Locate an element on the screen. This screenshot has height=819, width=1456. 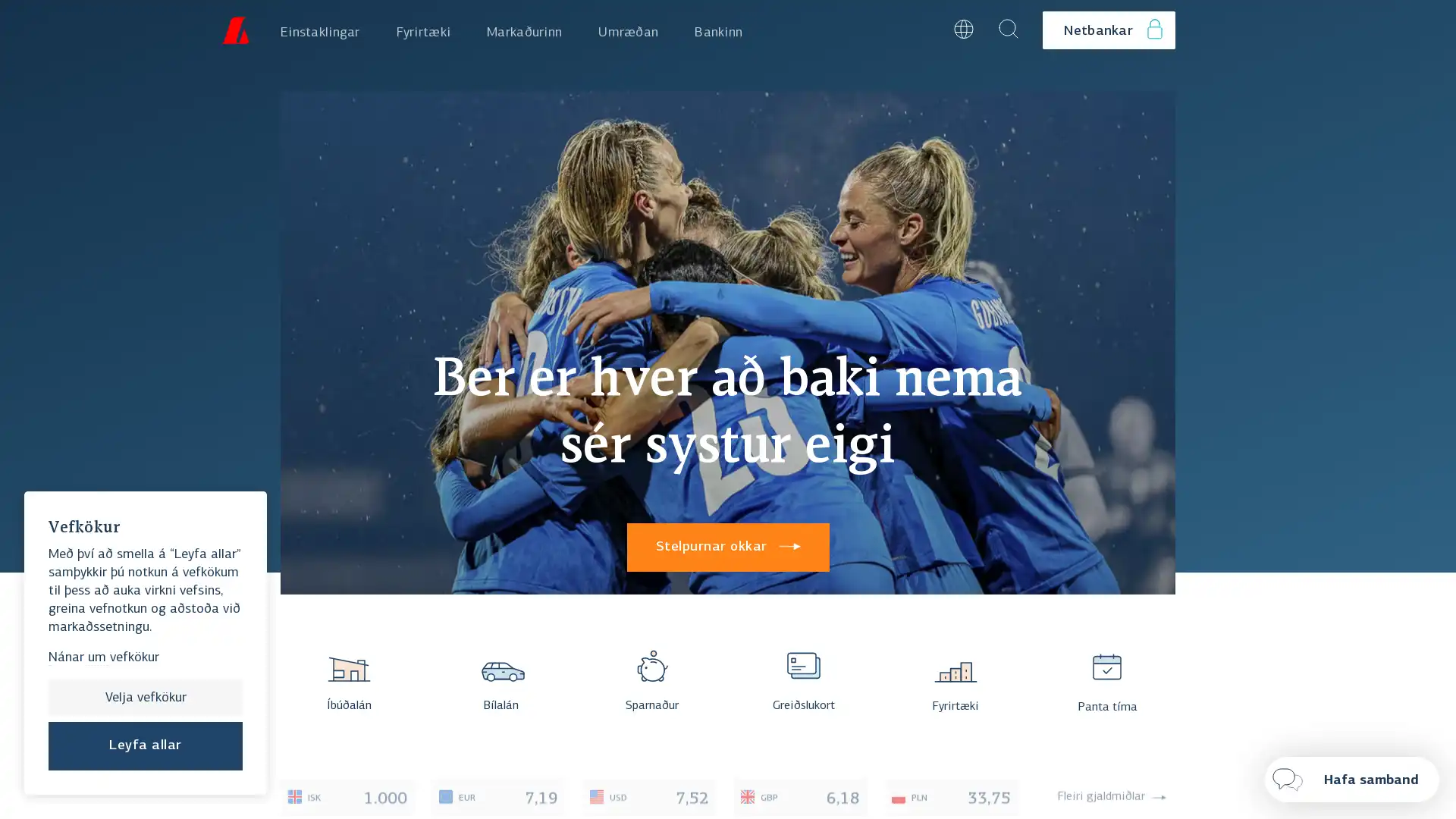
Hafa samband is located at coordinates (1351, 780).